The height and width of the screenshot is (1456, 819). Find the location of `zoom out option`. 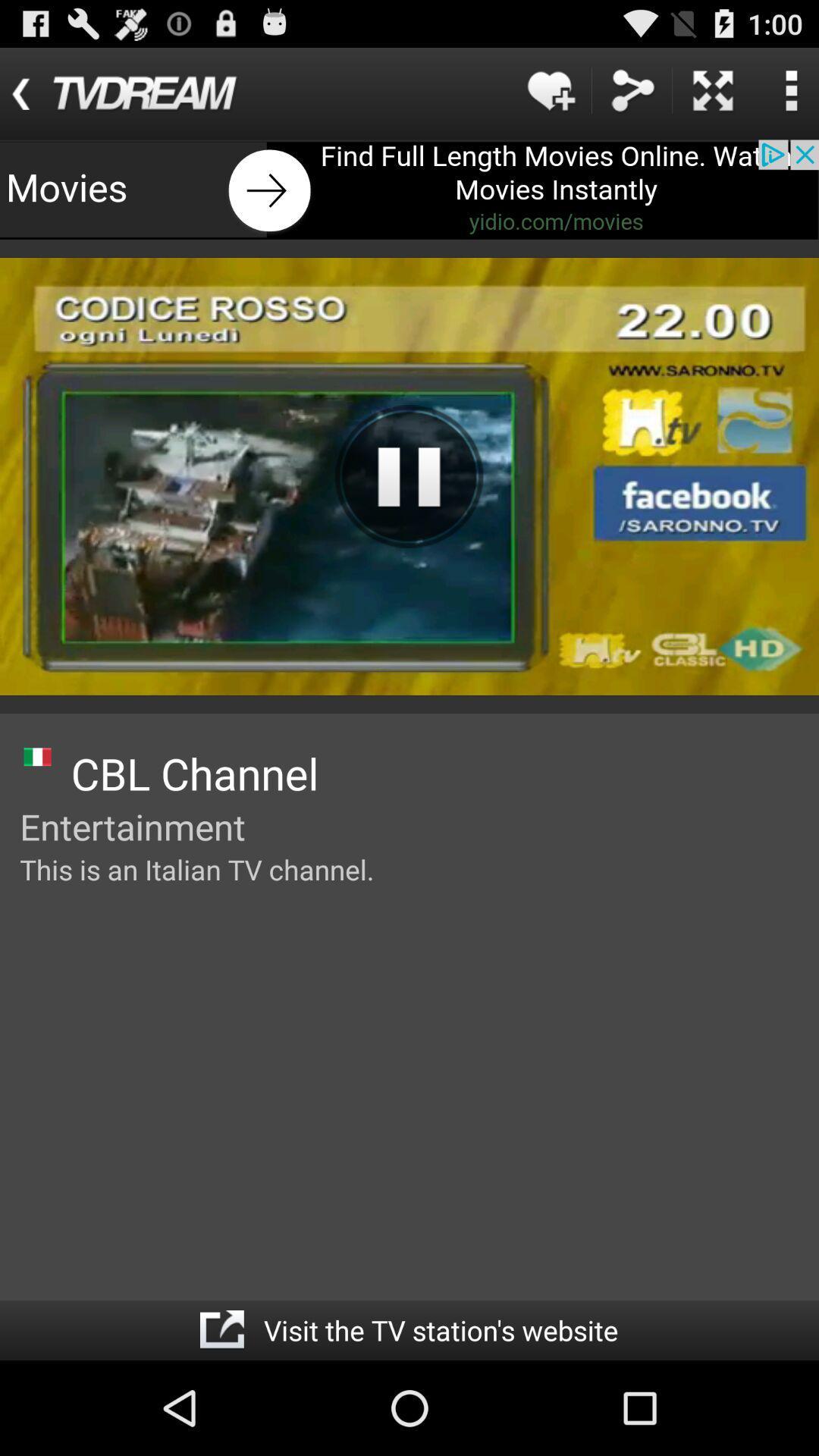

zoom out option is located at coordinates (713, 89).